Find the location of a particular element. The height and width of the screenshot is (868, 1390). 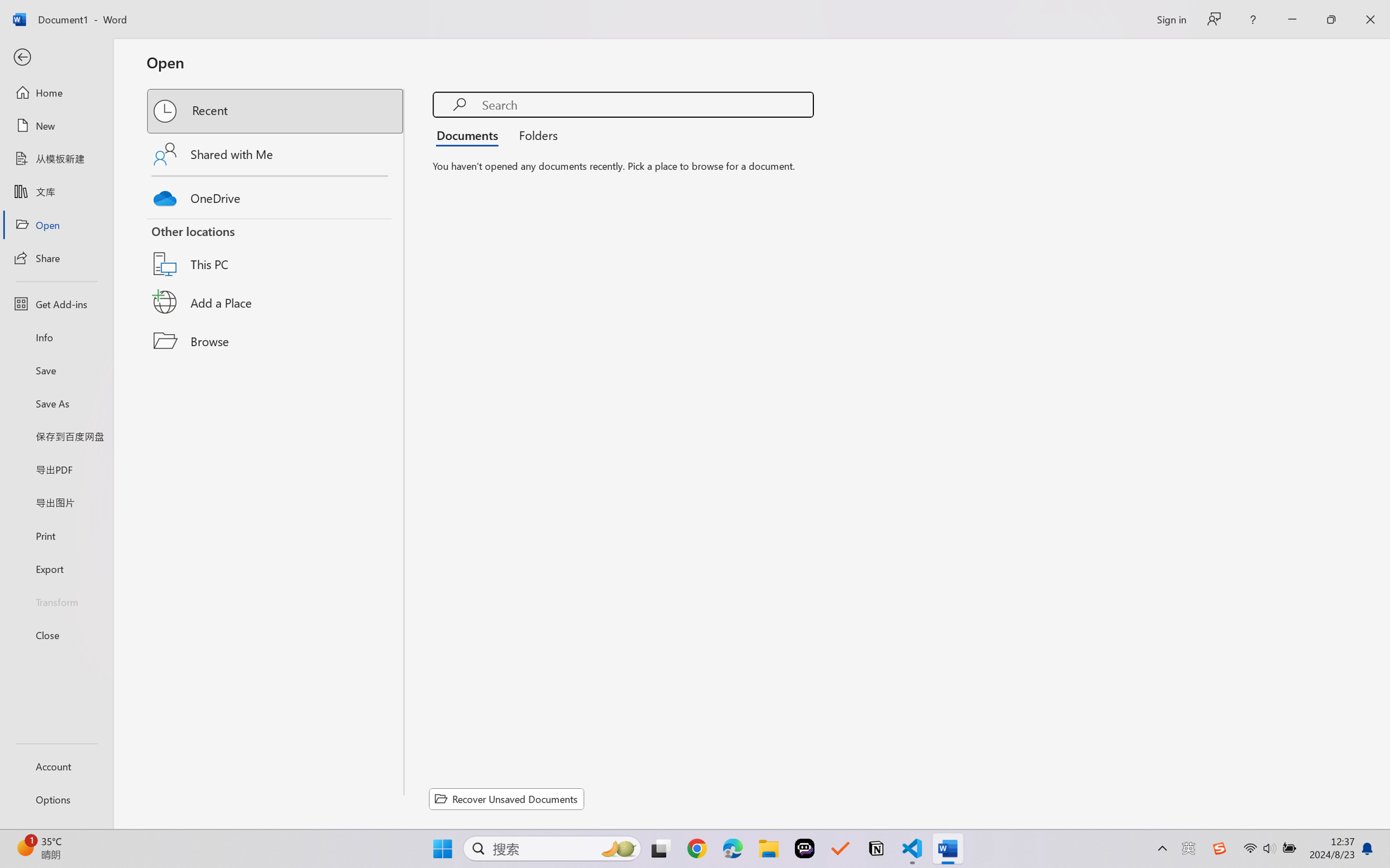

'Get Add-ins' is located at coordinates (56, 303).